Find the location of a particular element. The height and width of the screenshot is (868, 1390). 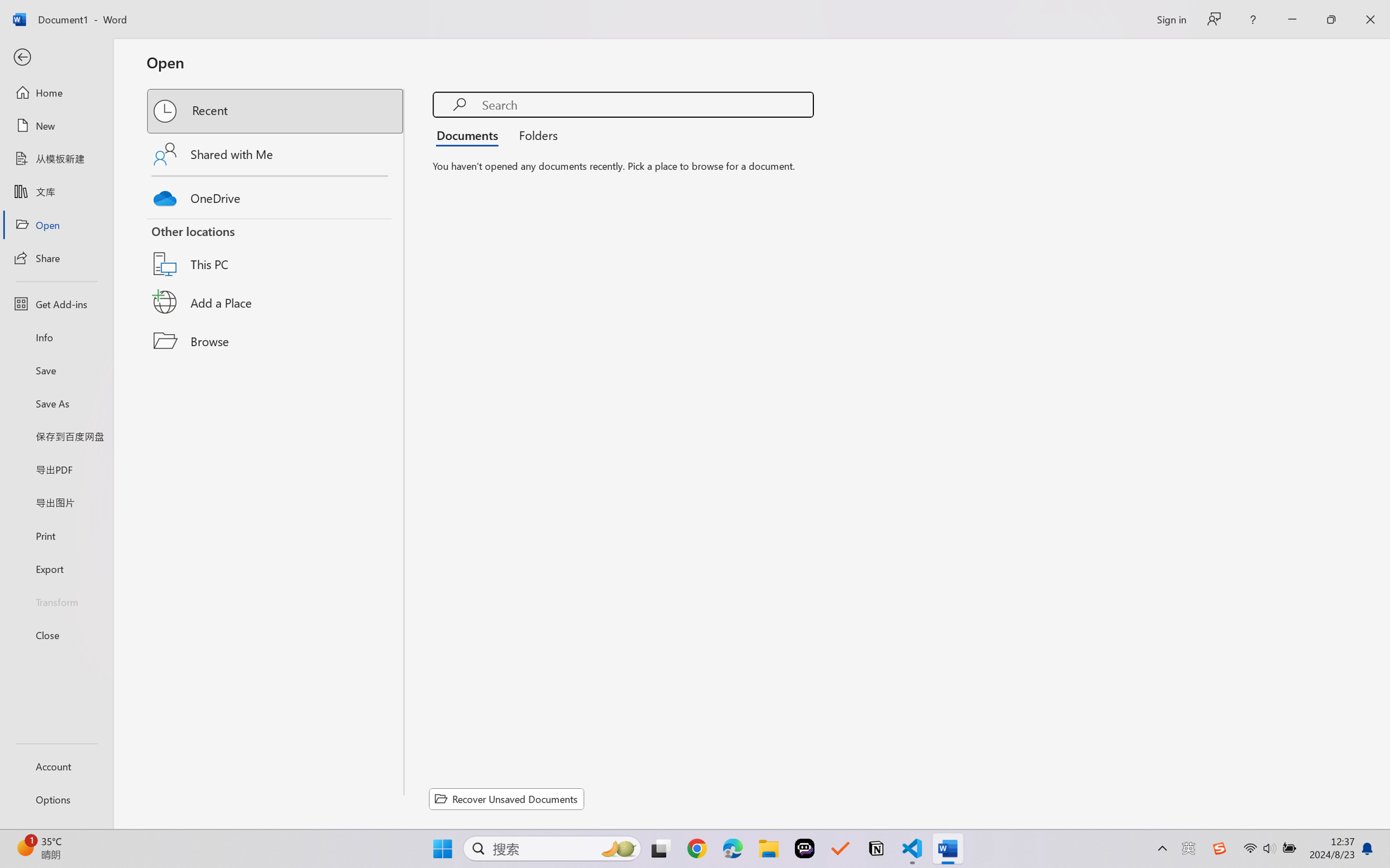

'Get Add-ins' is located at coordinates (56, 303).